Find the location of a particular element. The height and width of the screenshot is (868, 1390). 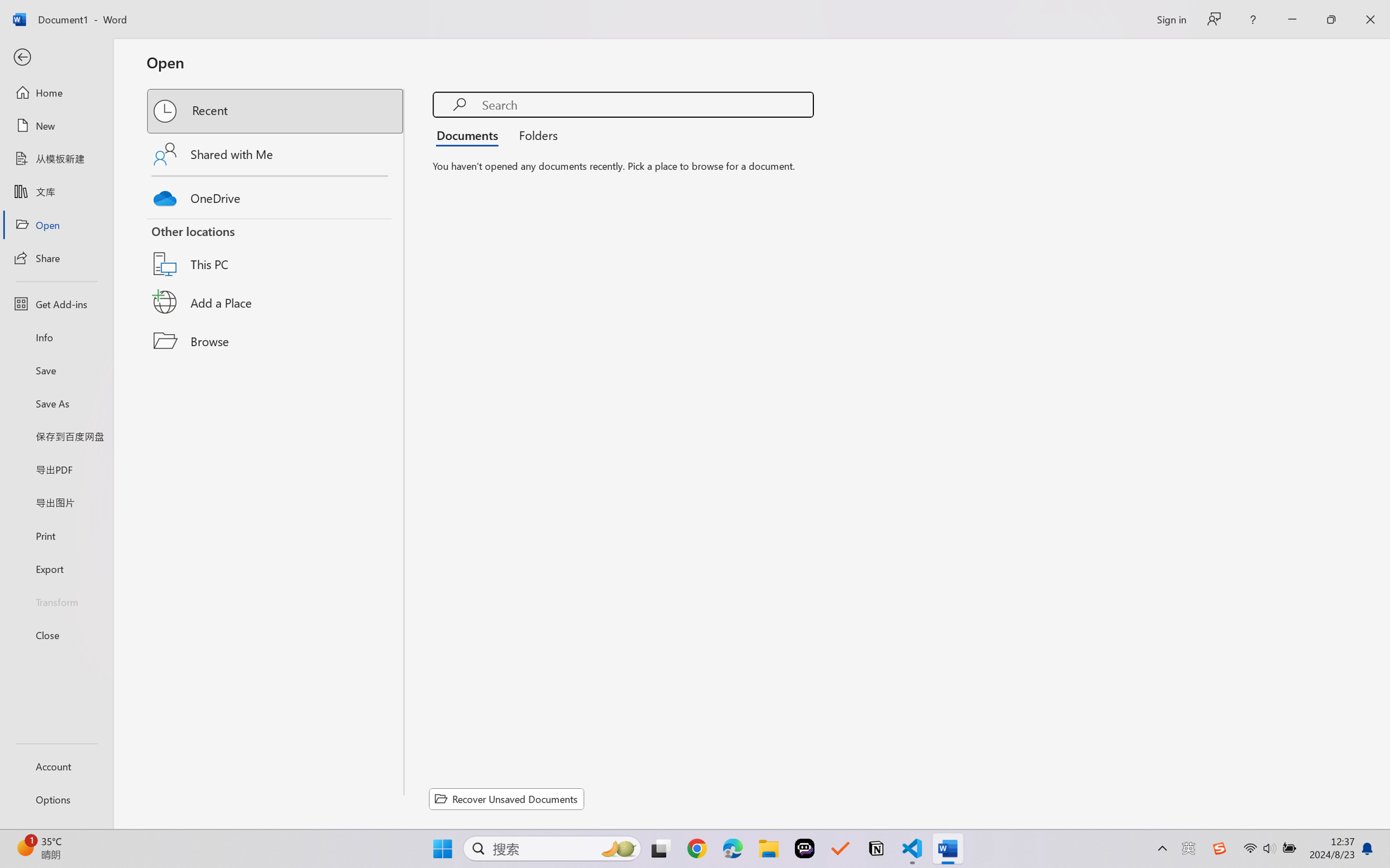

'Get Add-ins' is located at coordinates (56, 303).